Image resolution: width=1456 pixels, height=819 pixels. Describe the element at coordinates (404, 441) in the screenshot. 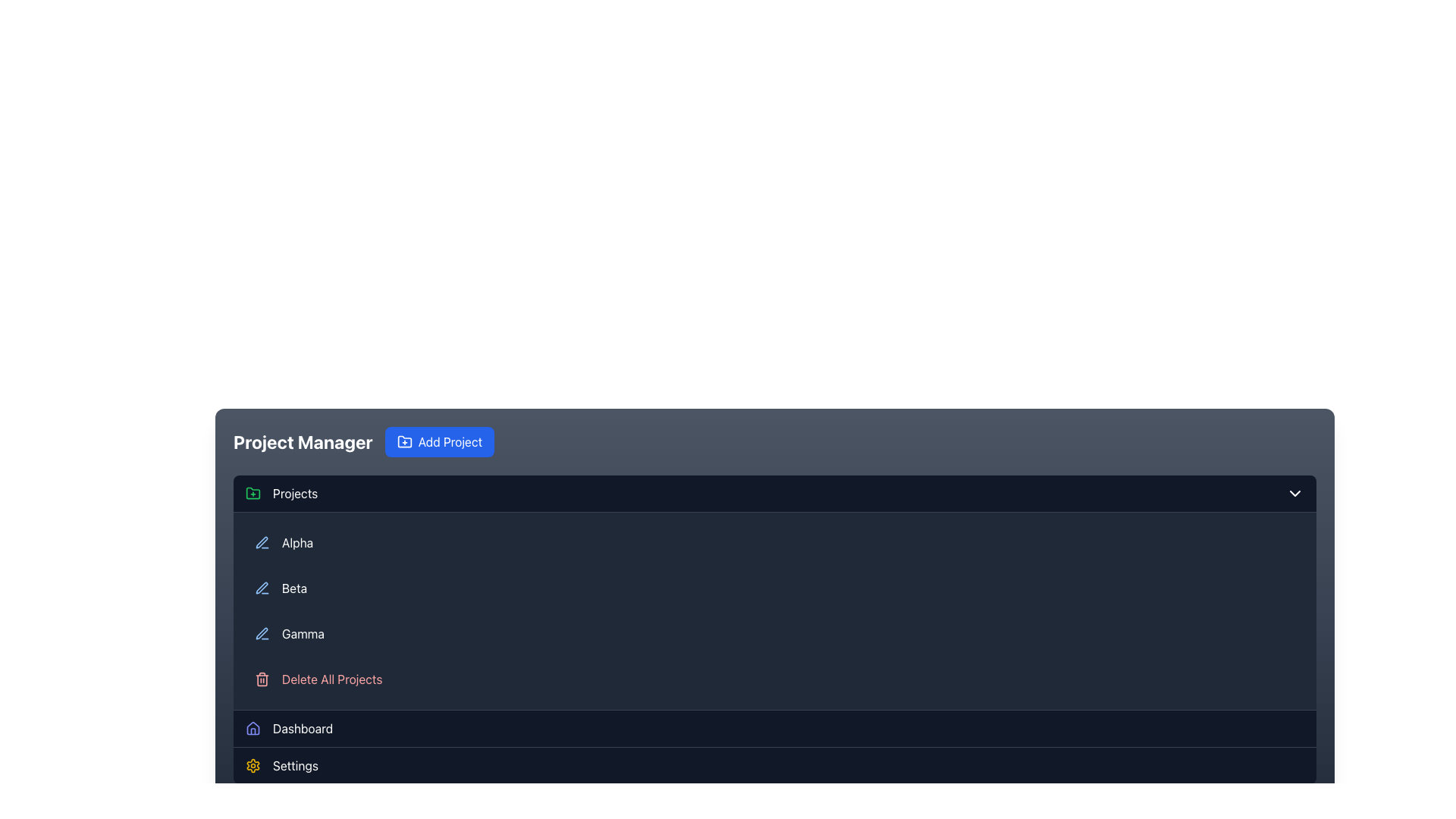

I see `the blue folder icon located near the top-right corner of the interface, slightly below the 'Project Manager' title and adjacent to the 'Add Project' button` at that location.